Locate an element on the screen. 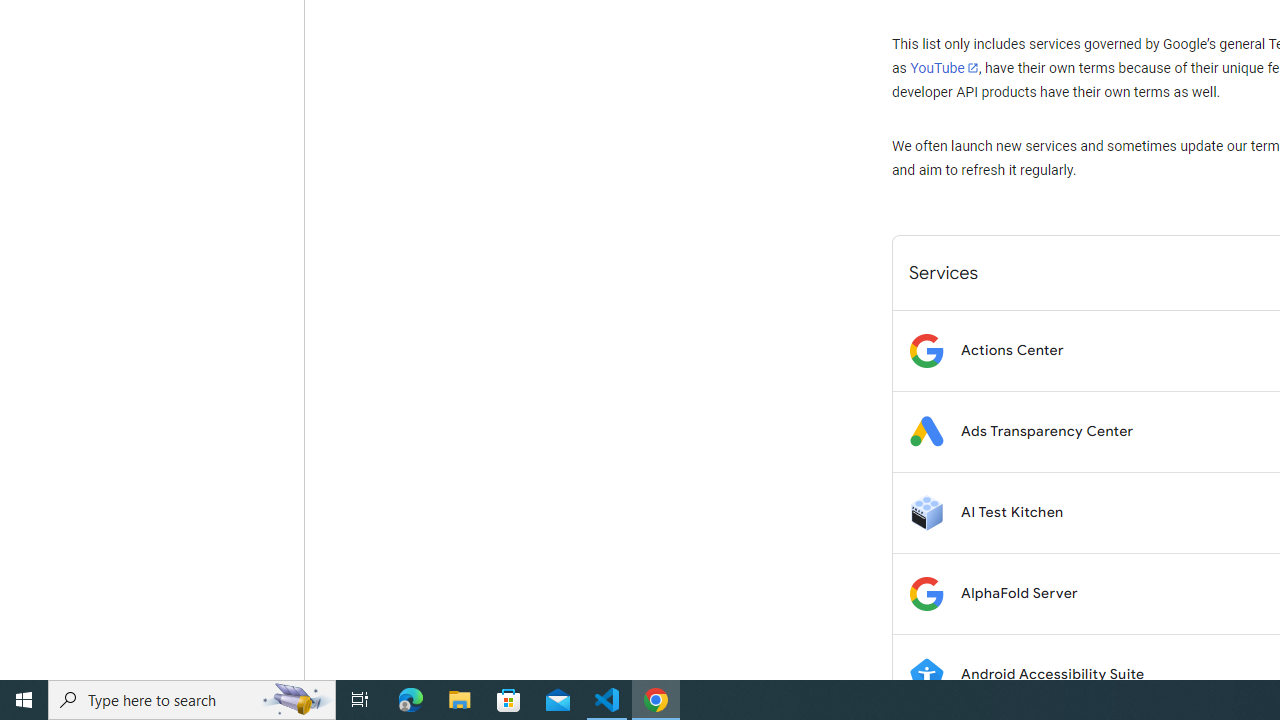 Image resolution: width=1280 pixels, height=720 pixels. 'Logo for AlphaFold Server' is located at coordinates (925, 592).